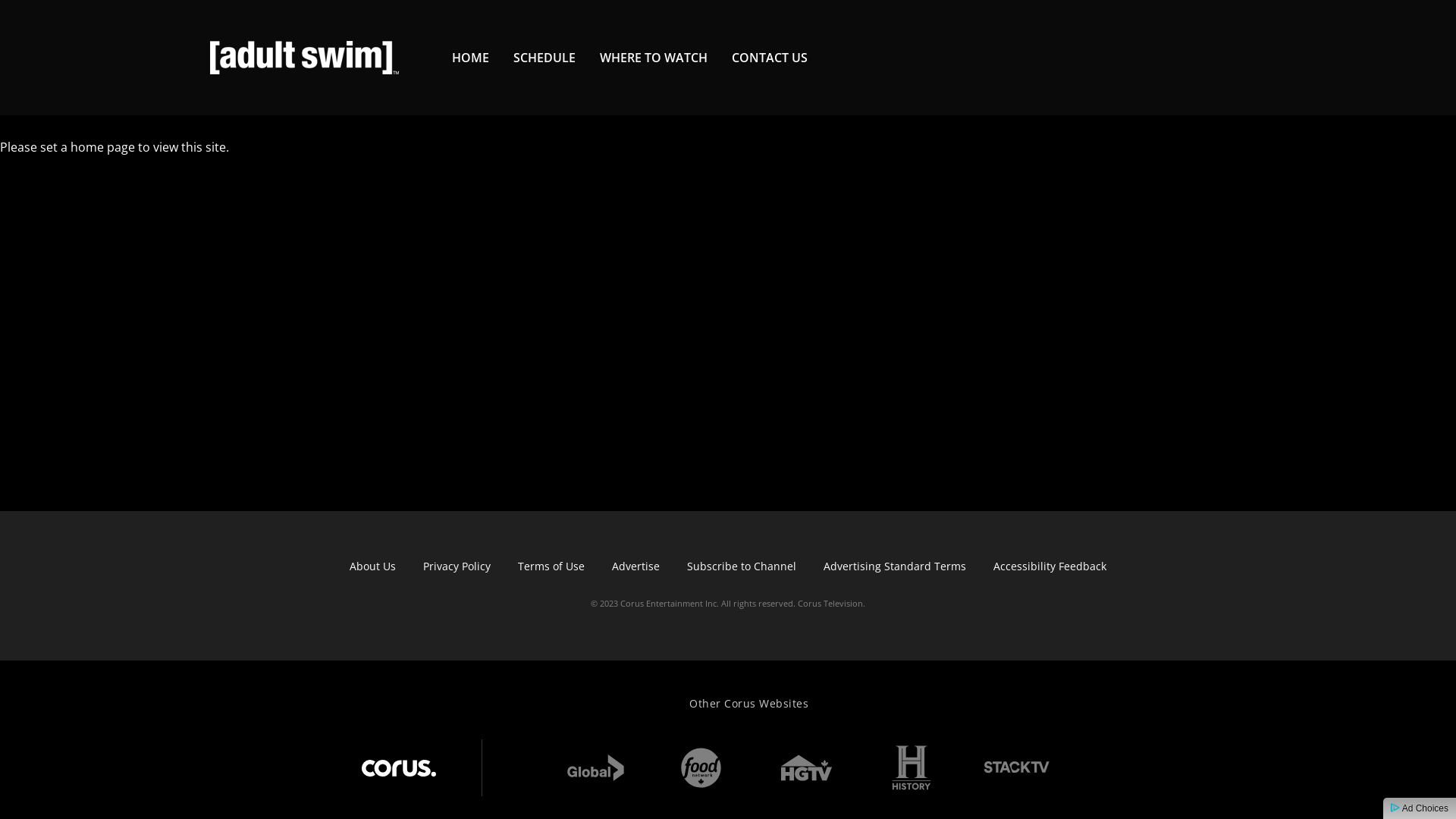 This screenshot has width=1456, height=819. Describe the element at coordinates (399, 767) in the screenshot. I see `'Corus'` at that location.